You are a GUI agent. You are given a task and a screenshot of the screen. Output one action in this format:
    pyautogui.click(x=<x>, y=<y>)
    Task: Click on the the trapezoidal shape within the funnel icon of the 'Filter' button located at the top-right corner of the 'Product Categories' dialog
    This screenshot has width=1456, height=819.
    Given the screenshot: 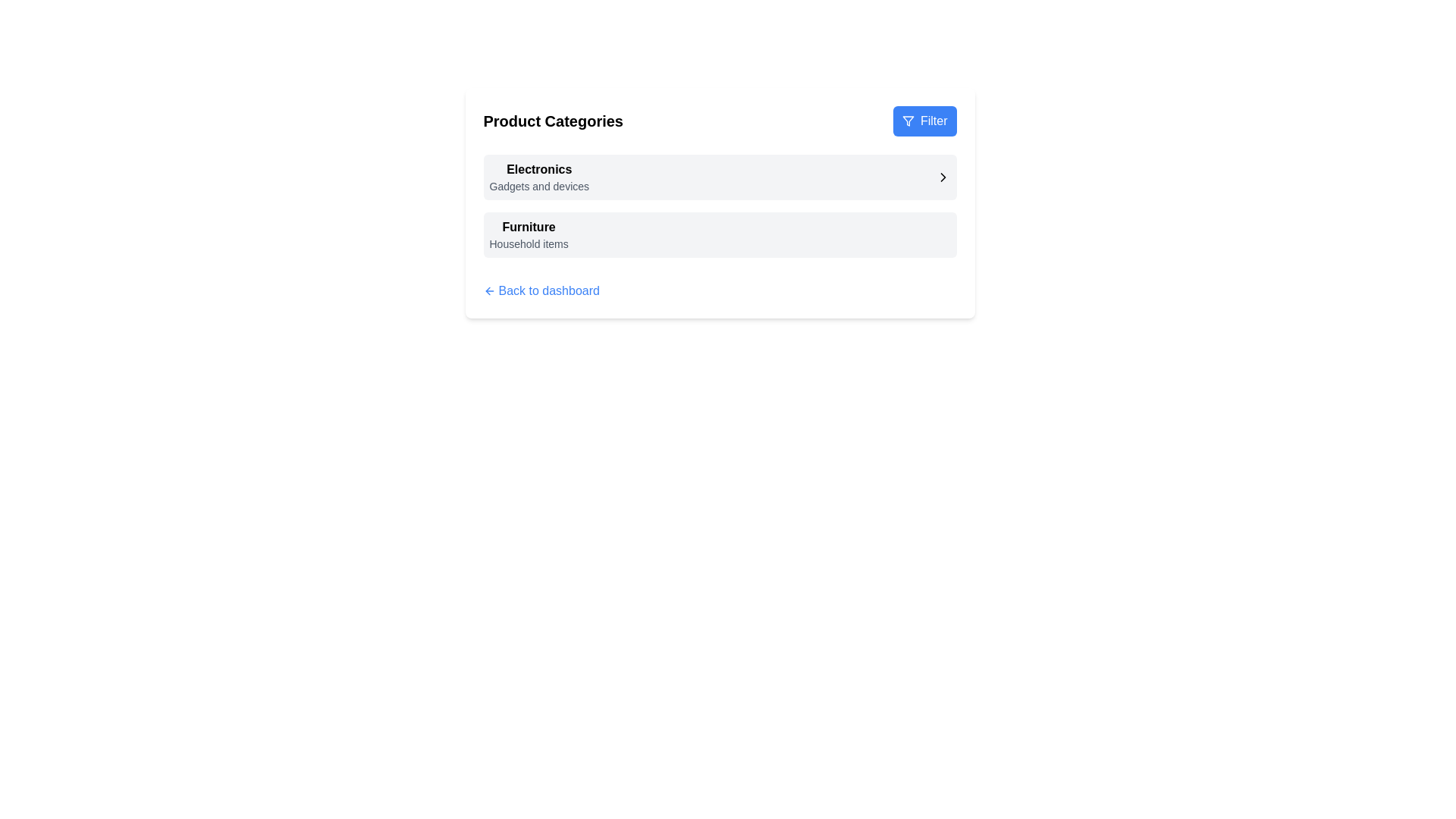 What is the action you would take?
    pyautogui.click(x=908, y=120)
    